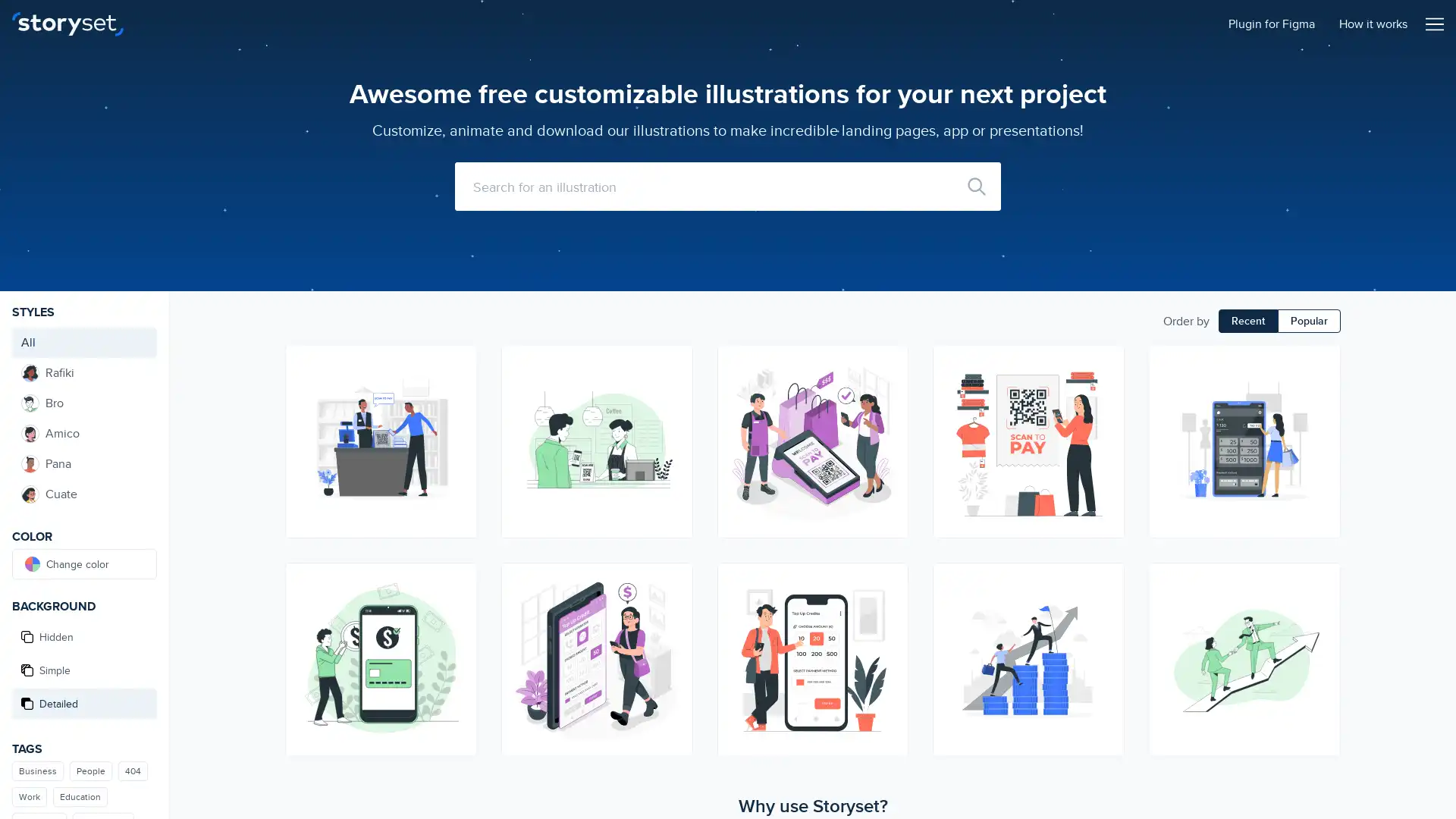 This screenshot has width=1456, height=819. Describe the element at coordinates (673, 607) in the screenshot. I see `download icon Download` at that location.